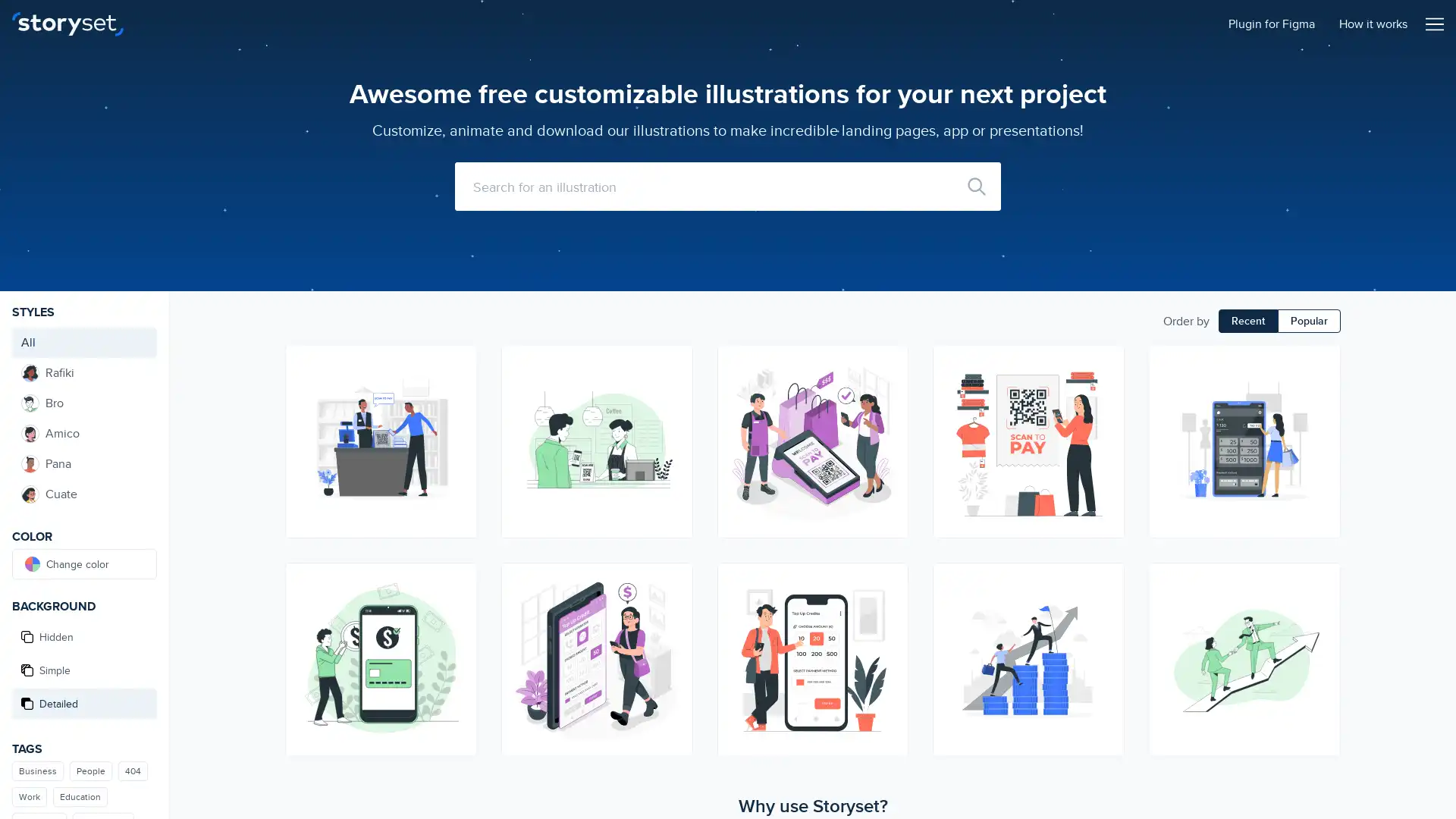 This screenshot has width=1456, height=819. Describe the element at coordinates (673, 607) in the screenshot. I see `download icon Download` at that location.